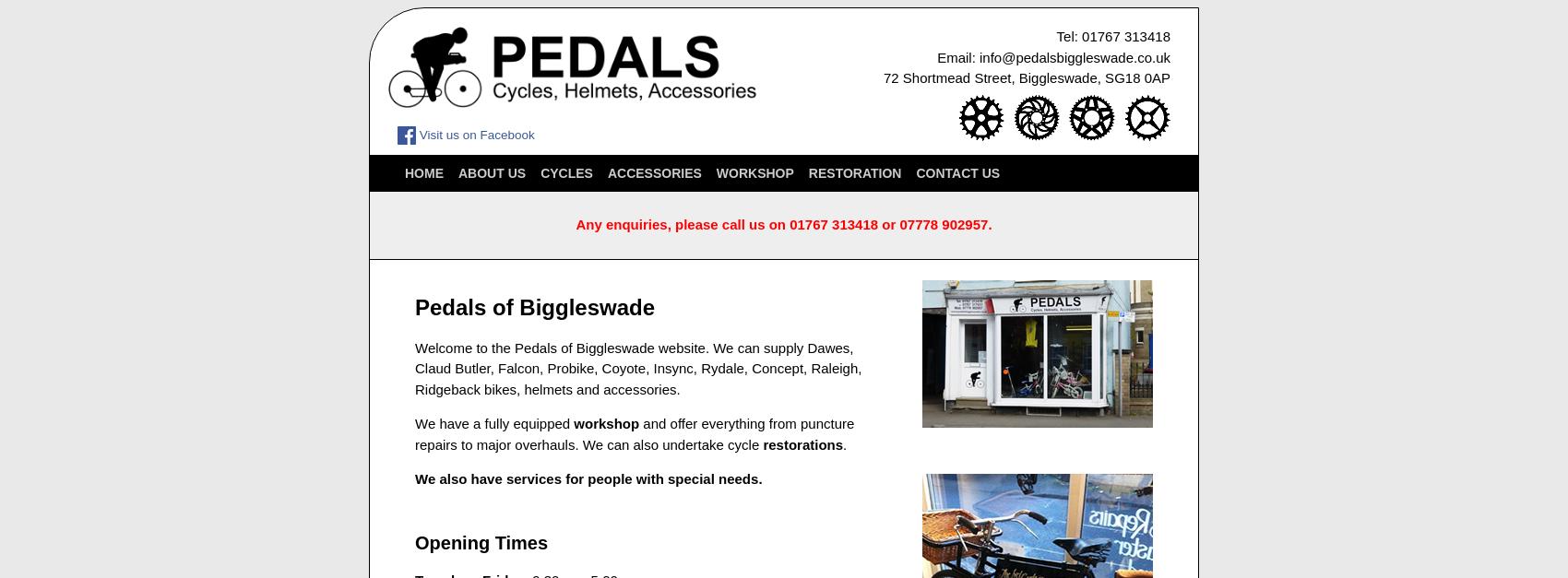 This screenshot has width=1568, height=578. Describe the element at coordinates (414, 422) in the screenshot. I see `'We have a fully equipped'` at that location.